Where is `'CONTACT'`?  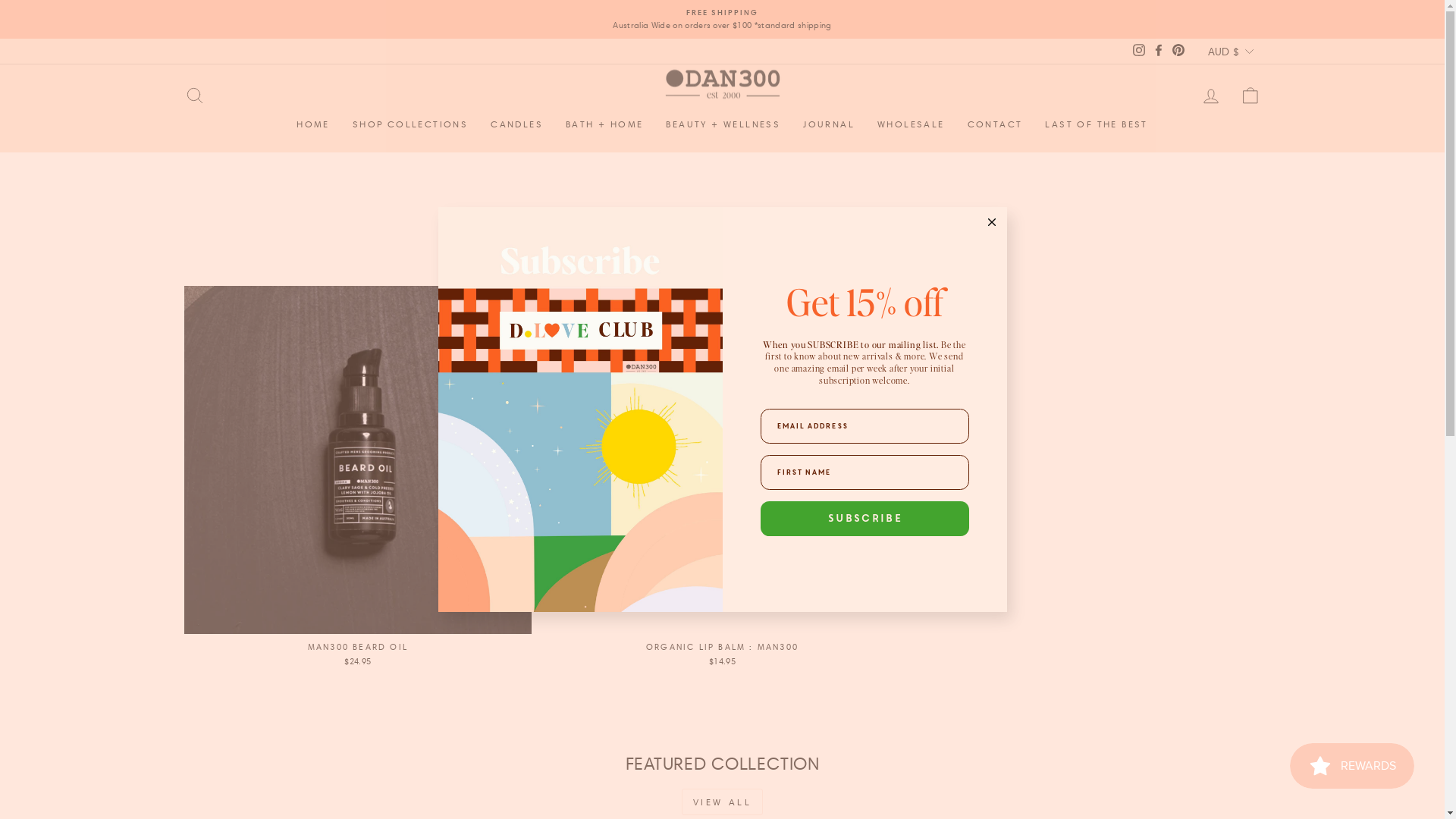
'CONTACT' is located at coordinates (955, 124).